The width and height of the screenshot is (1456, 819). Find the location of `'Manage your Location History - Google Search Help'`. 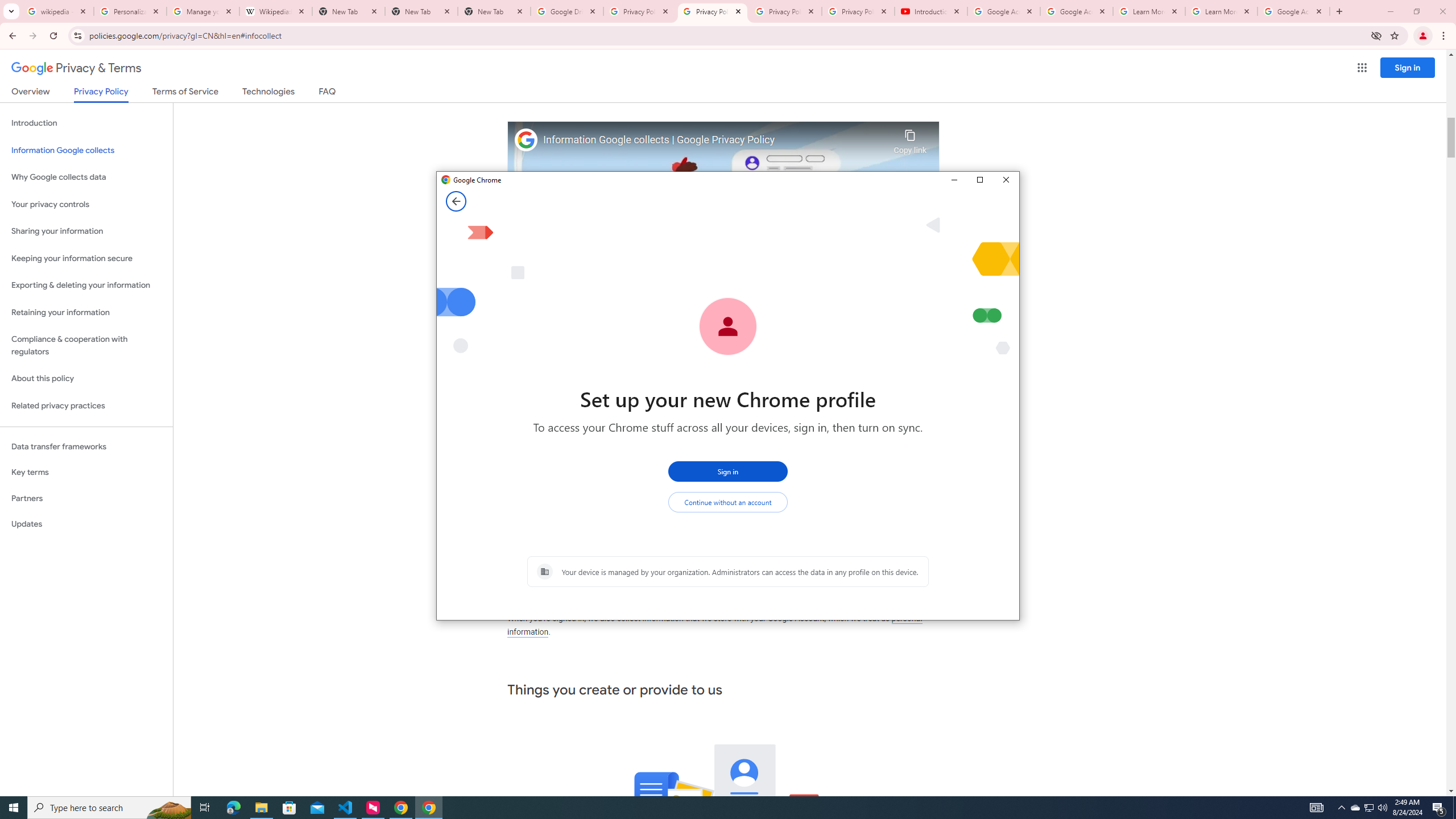

'Manage your Location History - Google Search Help' is located at coordinates (202, 11).